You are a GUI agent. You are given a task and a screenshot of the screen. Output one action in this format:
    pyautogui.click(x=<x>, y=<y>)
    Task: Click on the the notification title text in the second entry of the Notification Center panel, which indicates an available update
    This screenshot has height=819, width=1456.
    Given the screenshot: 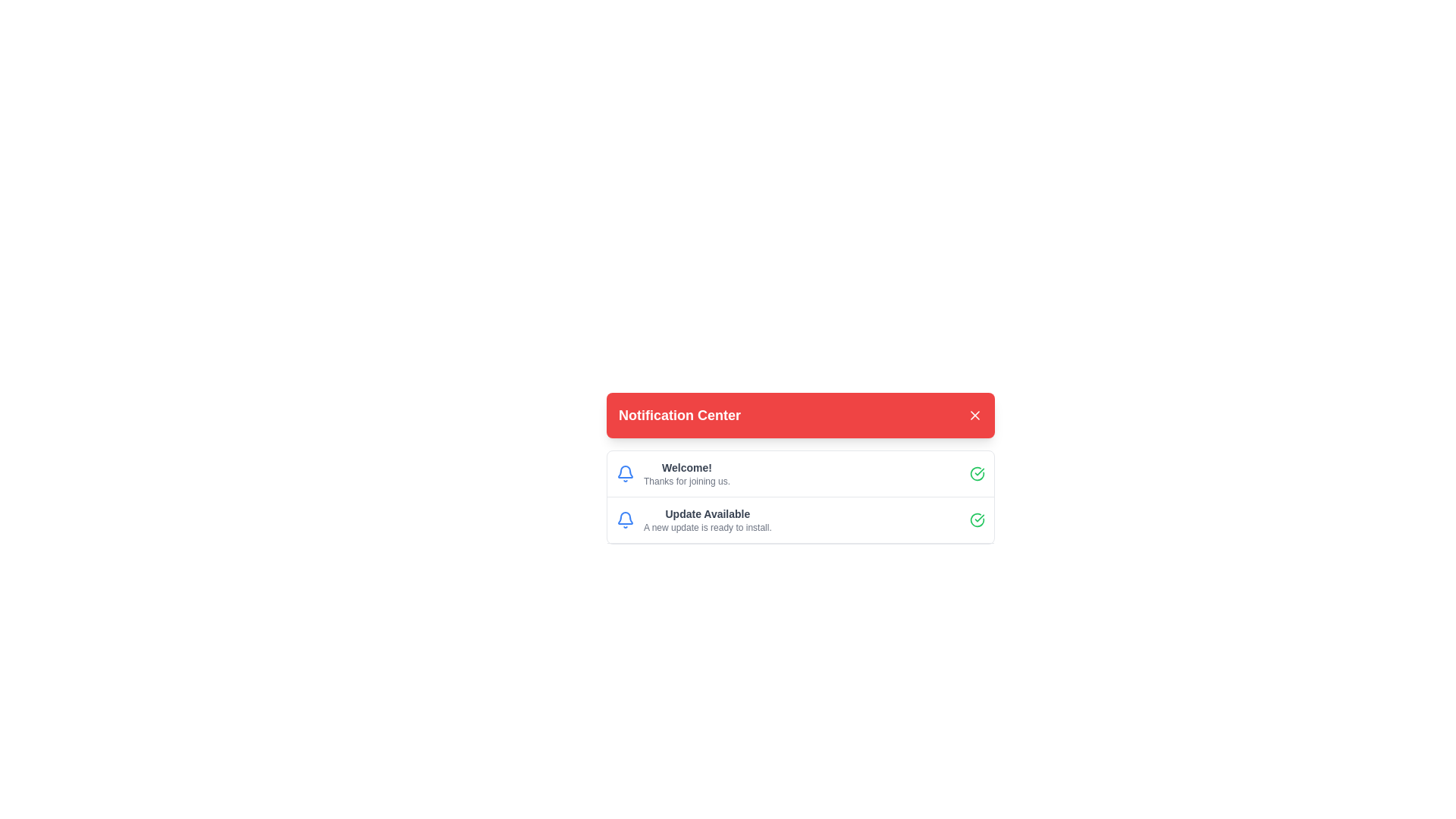 What is the action you would take?
    pyautogui.click(x=707, y=513)
    